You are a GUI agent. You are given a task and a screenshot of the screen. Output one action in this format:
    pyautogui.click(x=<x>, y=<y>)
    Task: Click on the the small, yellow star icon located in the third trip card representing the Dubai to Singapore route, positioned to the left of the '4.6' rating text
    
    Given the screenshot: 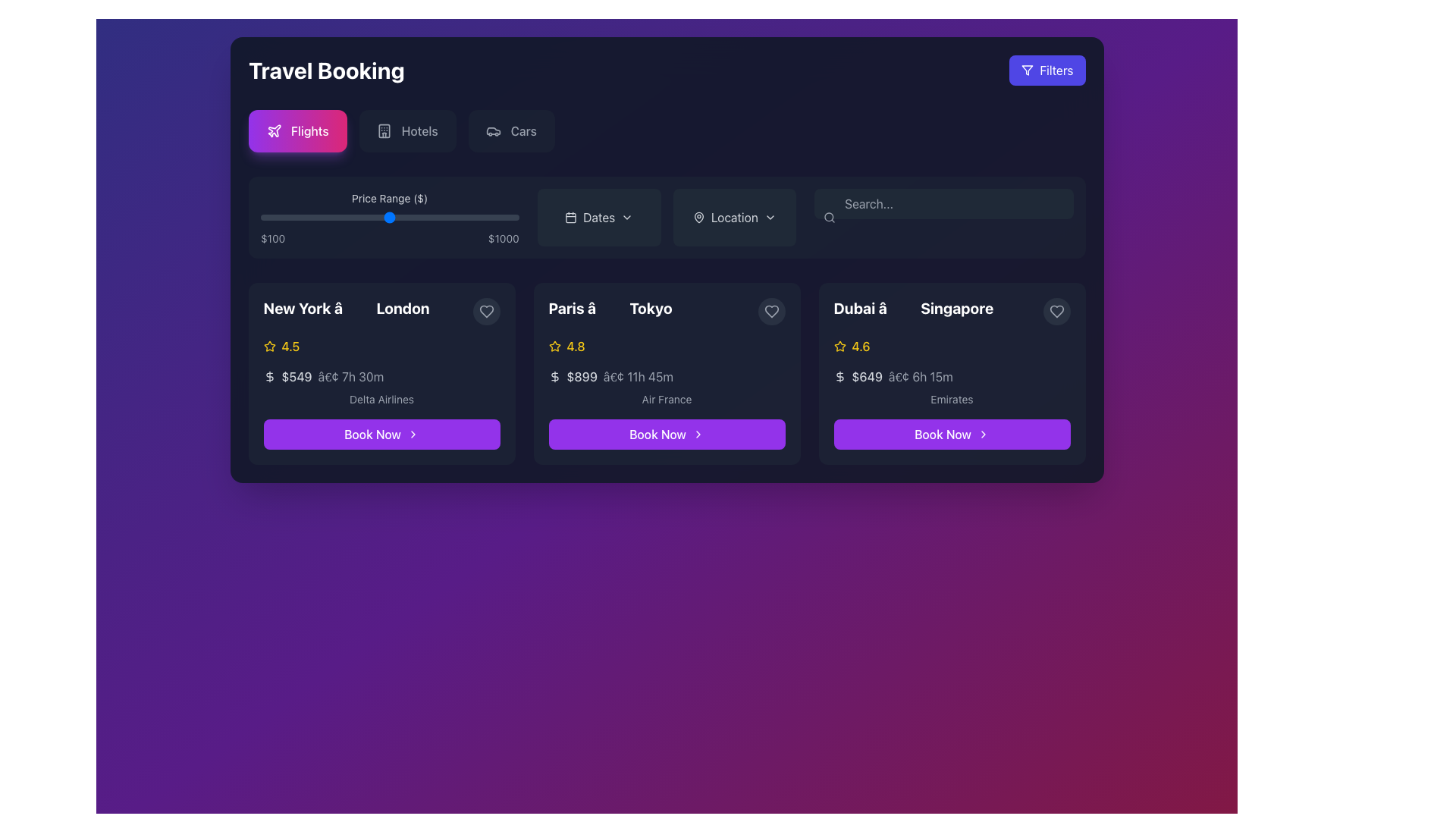 What is the action you would take?
    pyautogui.click(x=839, y=346)
    